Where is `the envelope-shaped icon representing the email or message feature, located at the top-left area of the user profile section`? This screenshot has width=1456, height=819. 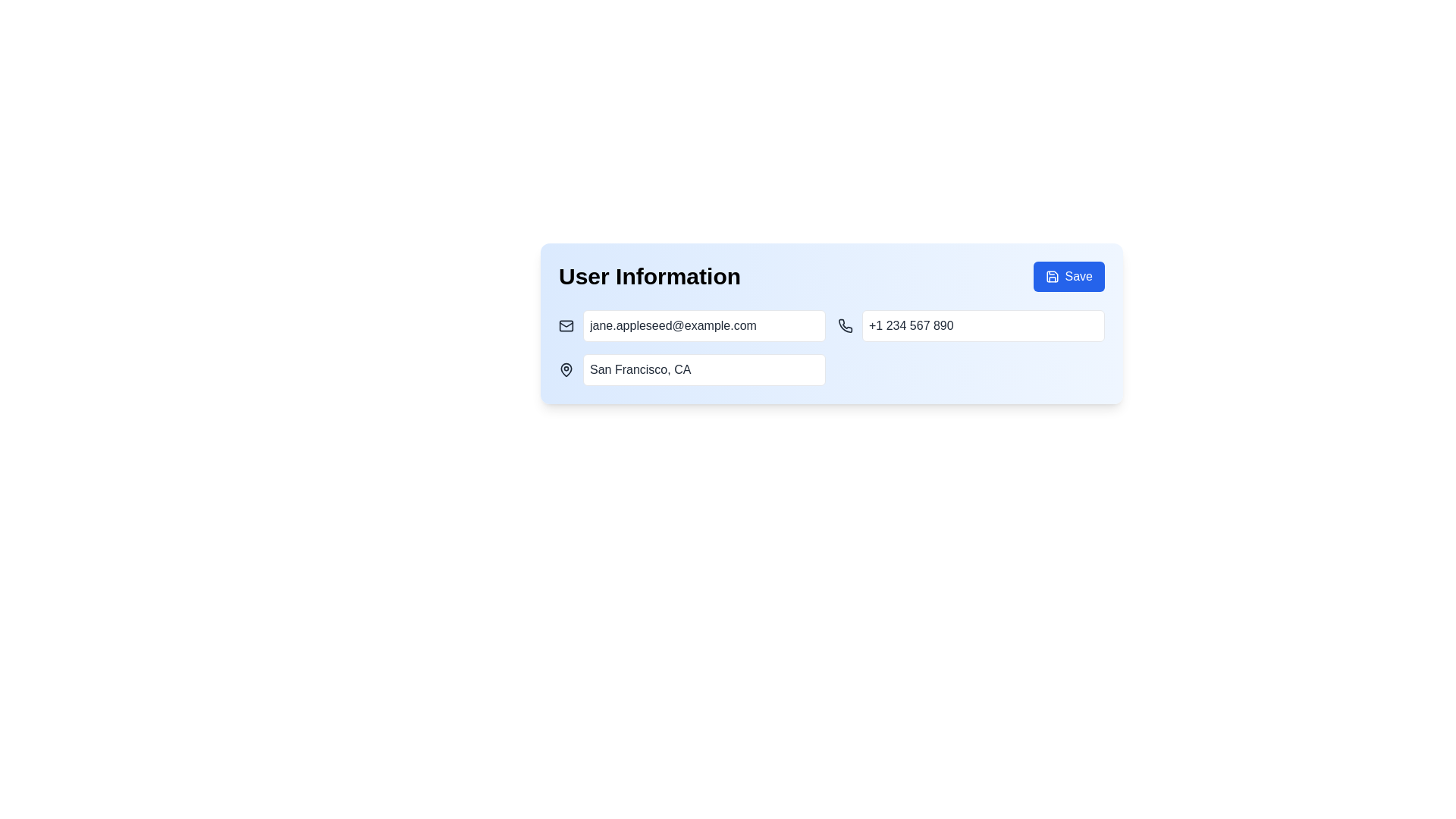 the envelope-shaped icon representing the email or message feature, located at the top-left area of the user profile section is located at coordinates (566, 325).